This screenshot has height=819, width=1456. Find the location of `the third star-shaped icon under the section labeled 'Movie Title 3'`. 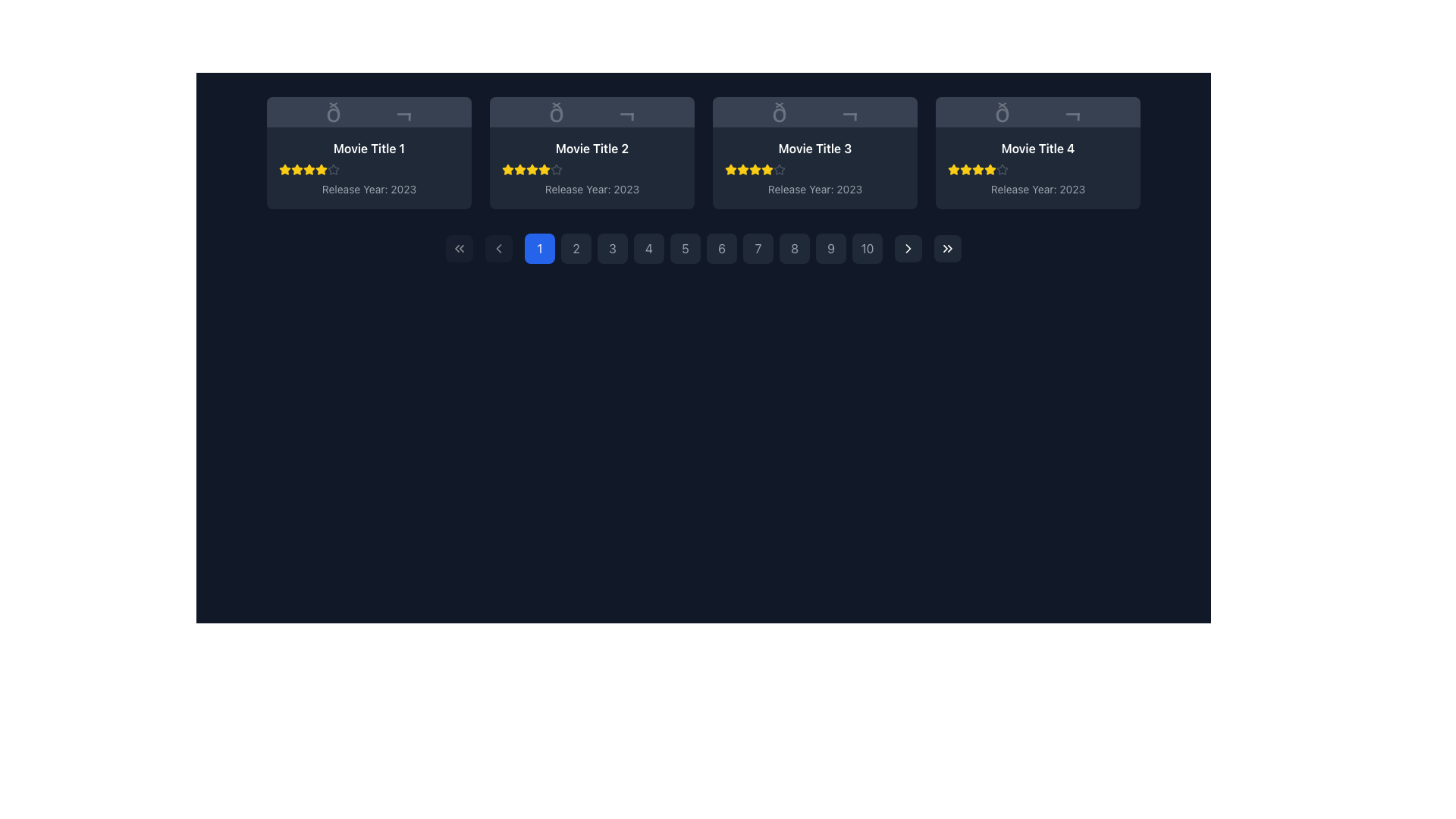

the third star-shaped icon under the section labeled 'Movie Title 3' is located at coordinates (731, 169).